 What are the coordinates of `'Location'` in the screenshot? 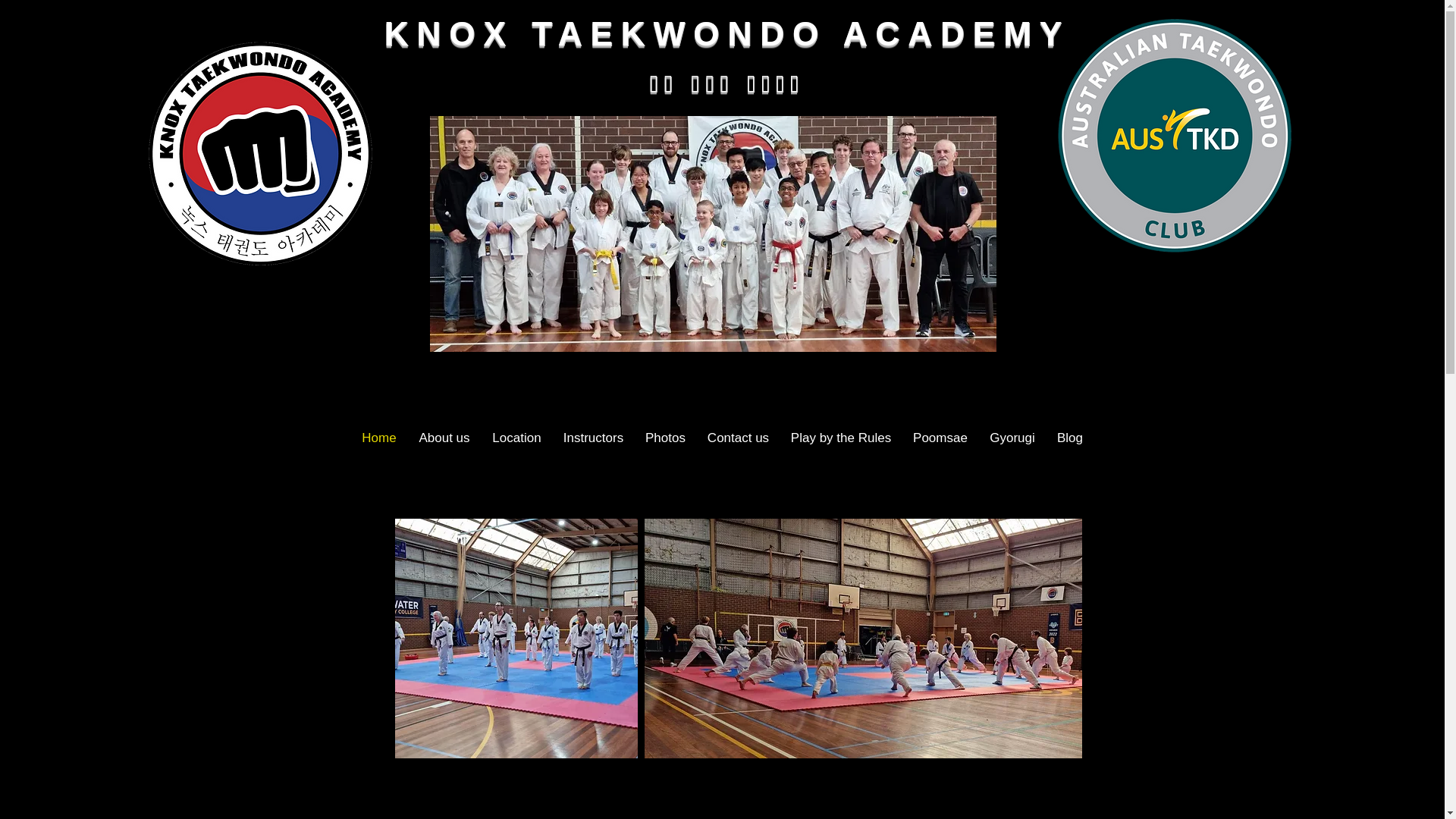 It's located at (479, 438).